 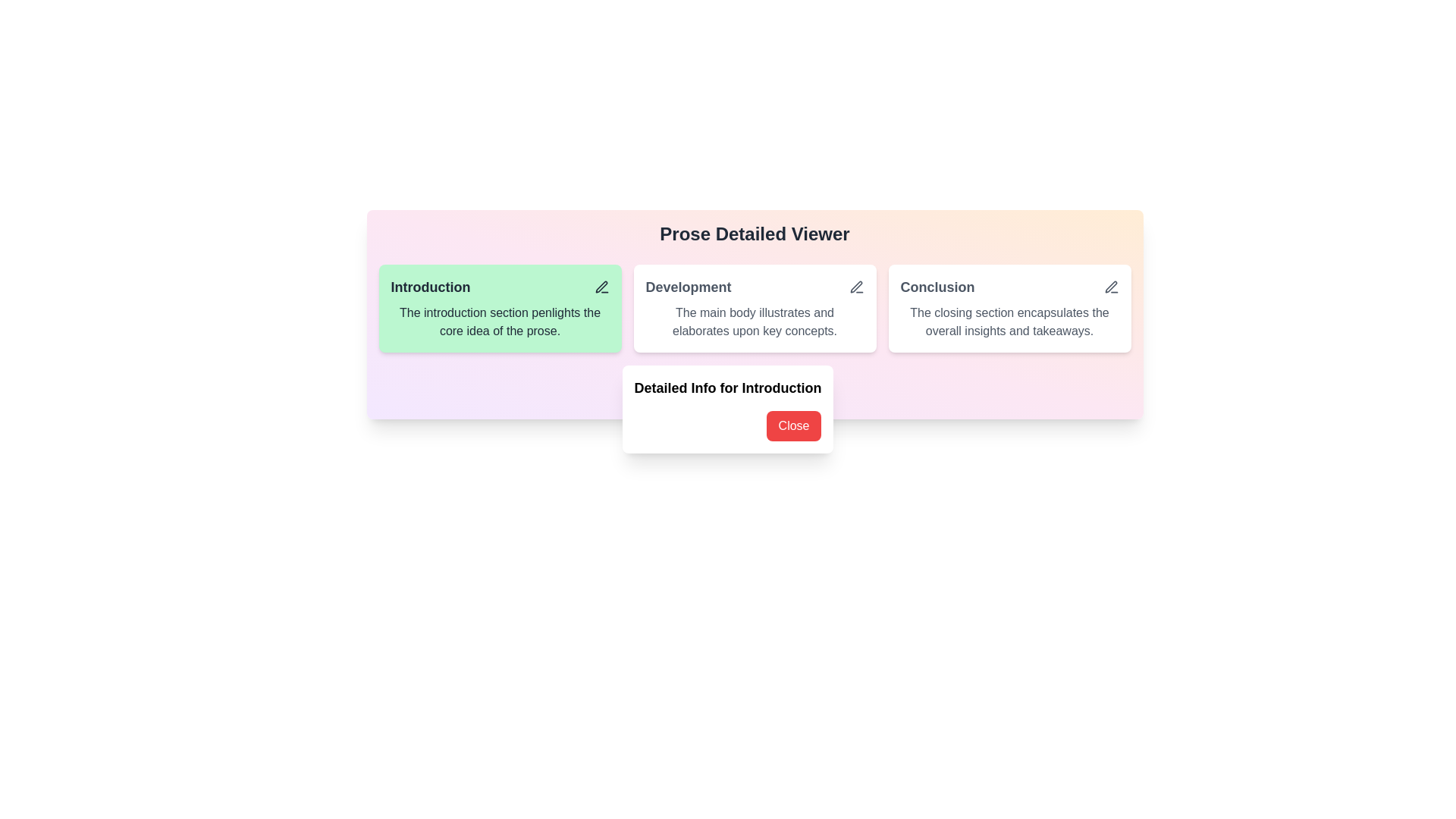 I want to click on the pen icon located at the top-right corner of the 'Conclusion' section, so click(x=1111, y=287).